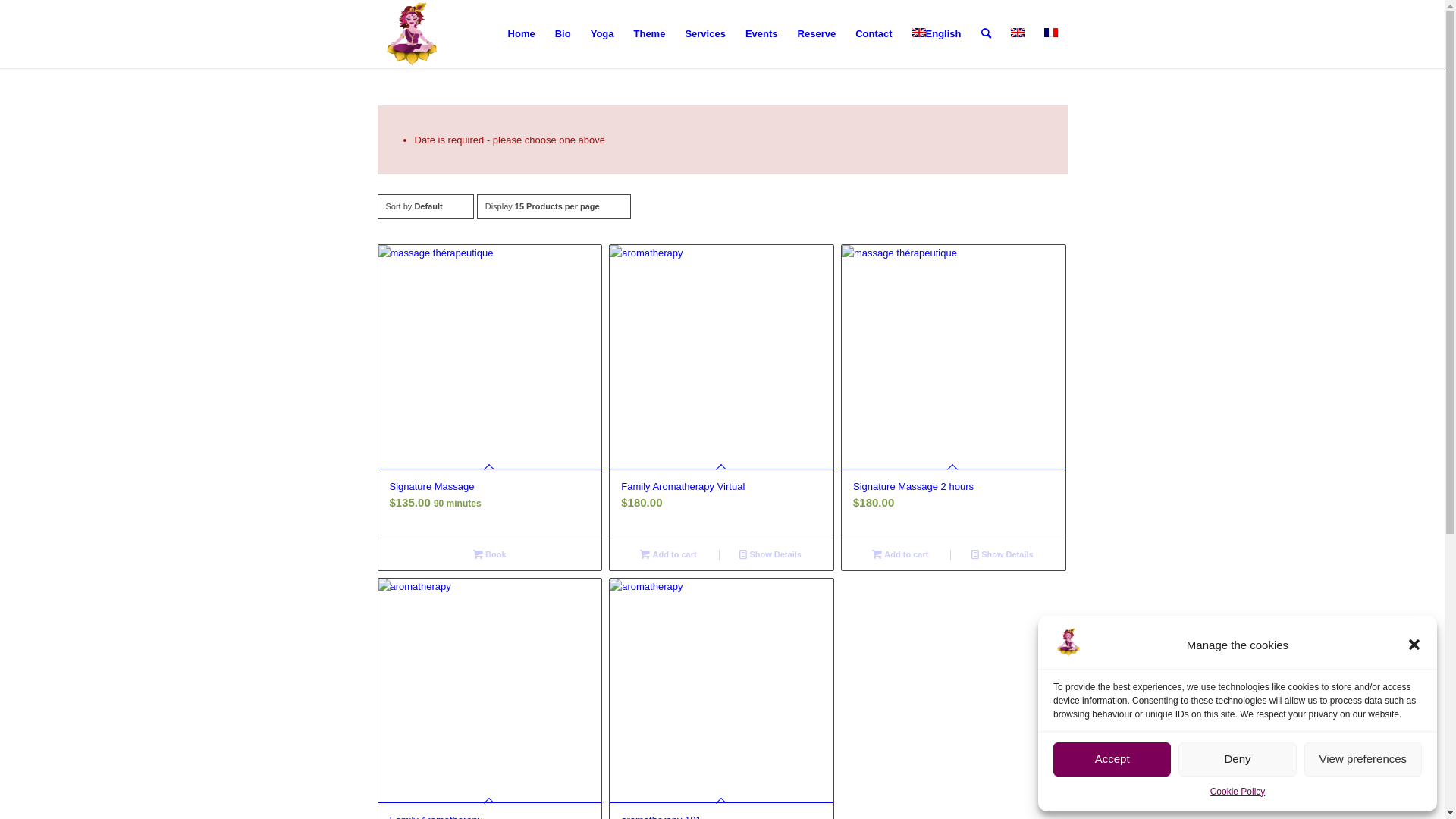 This screenshot has height=819, width=1456. I want to click on 'Yoga', so click(601, 34).